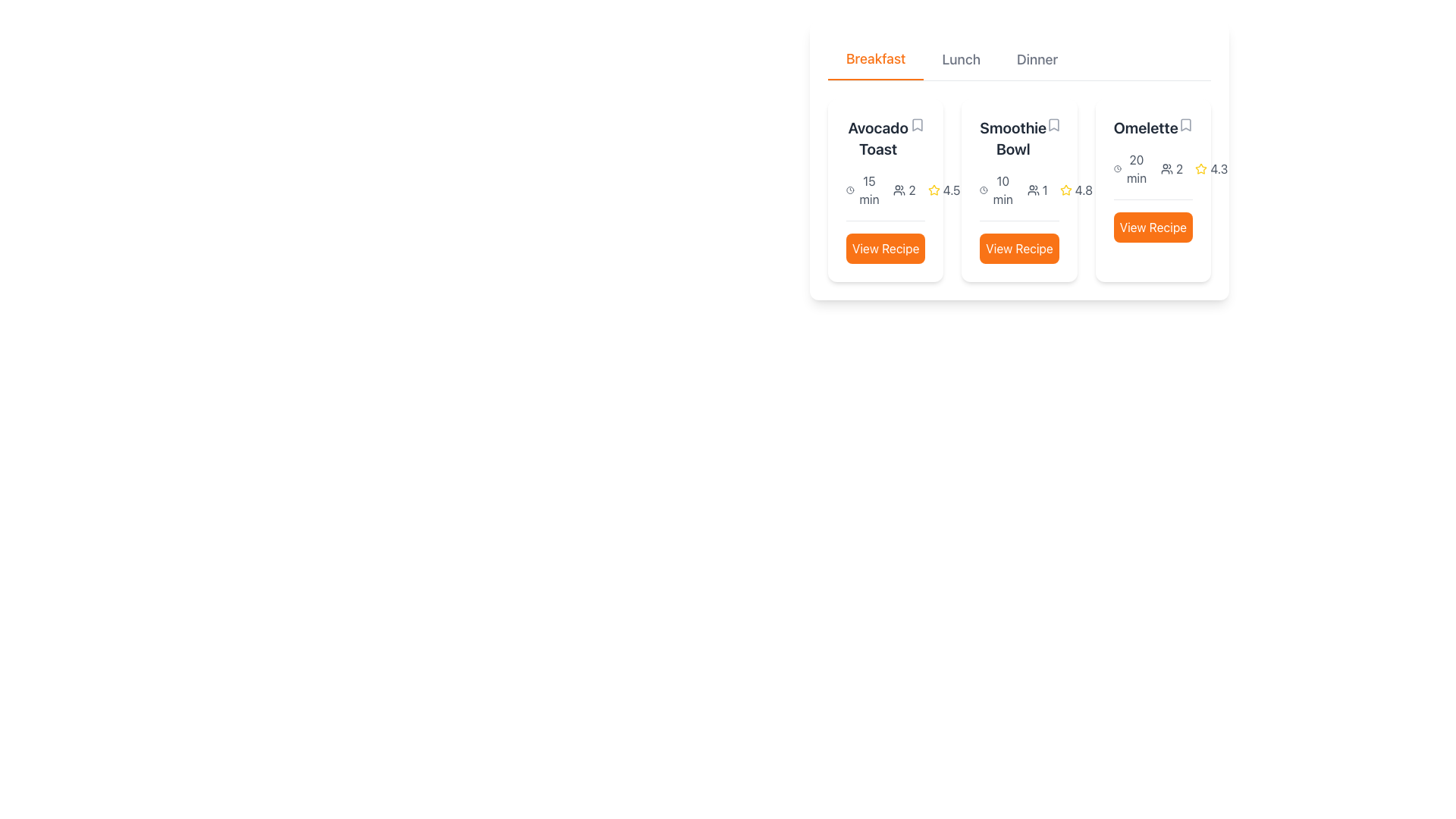 The height and width of the screenshot is (819, 1456). What do you see at coordinates (943, 189) in the screenshot?
I see `the numeric rating text label displaying '4.5' next to the yellow star icon in the 'Smoothie Bowl' section of the 'Breakfast' category` at bounding box center [943, 189].